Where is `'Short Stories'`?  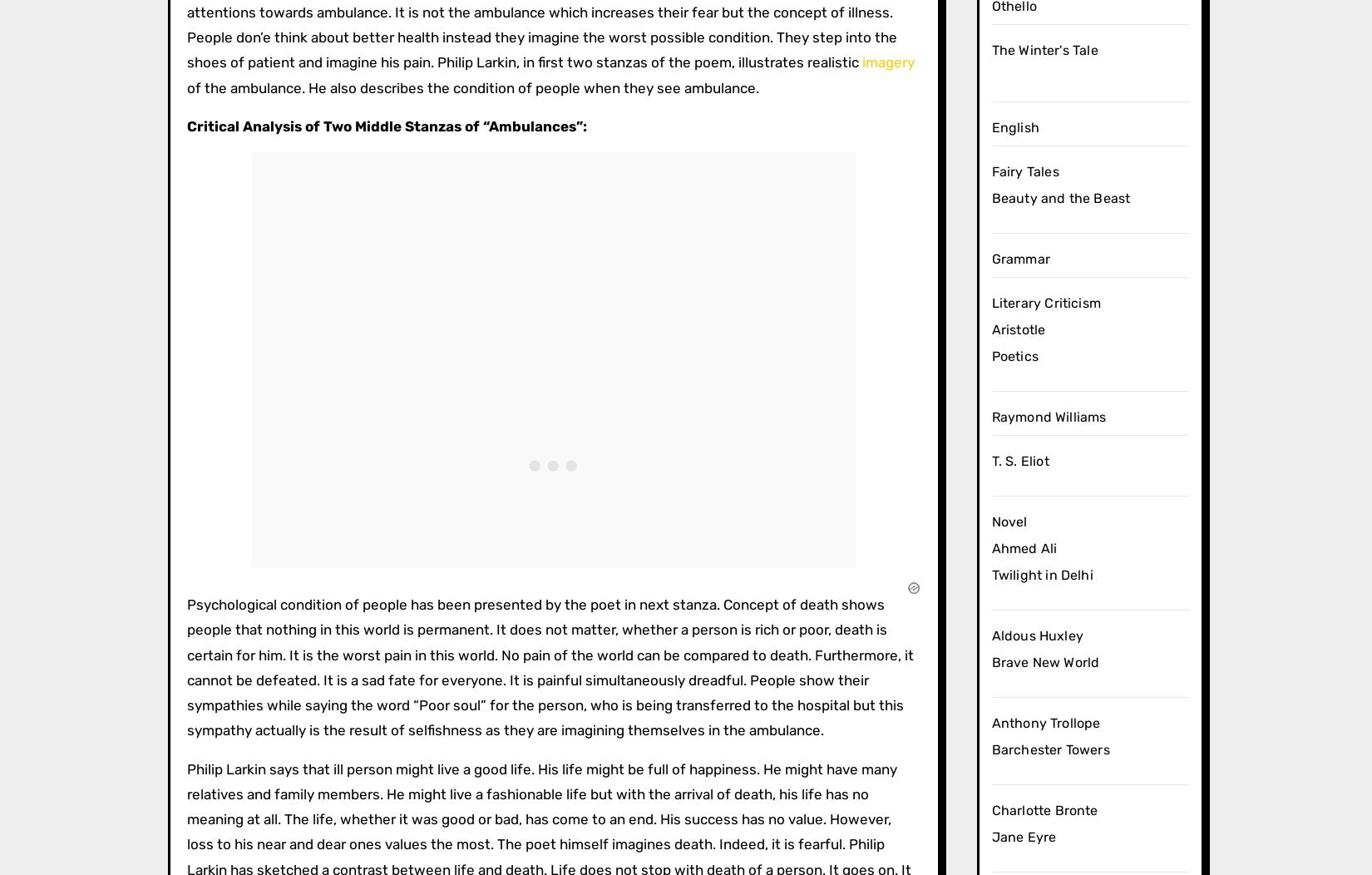
'Short Stories' is located at coordinates (1003, 256).